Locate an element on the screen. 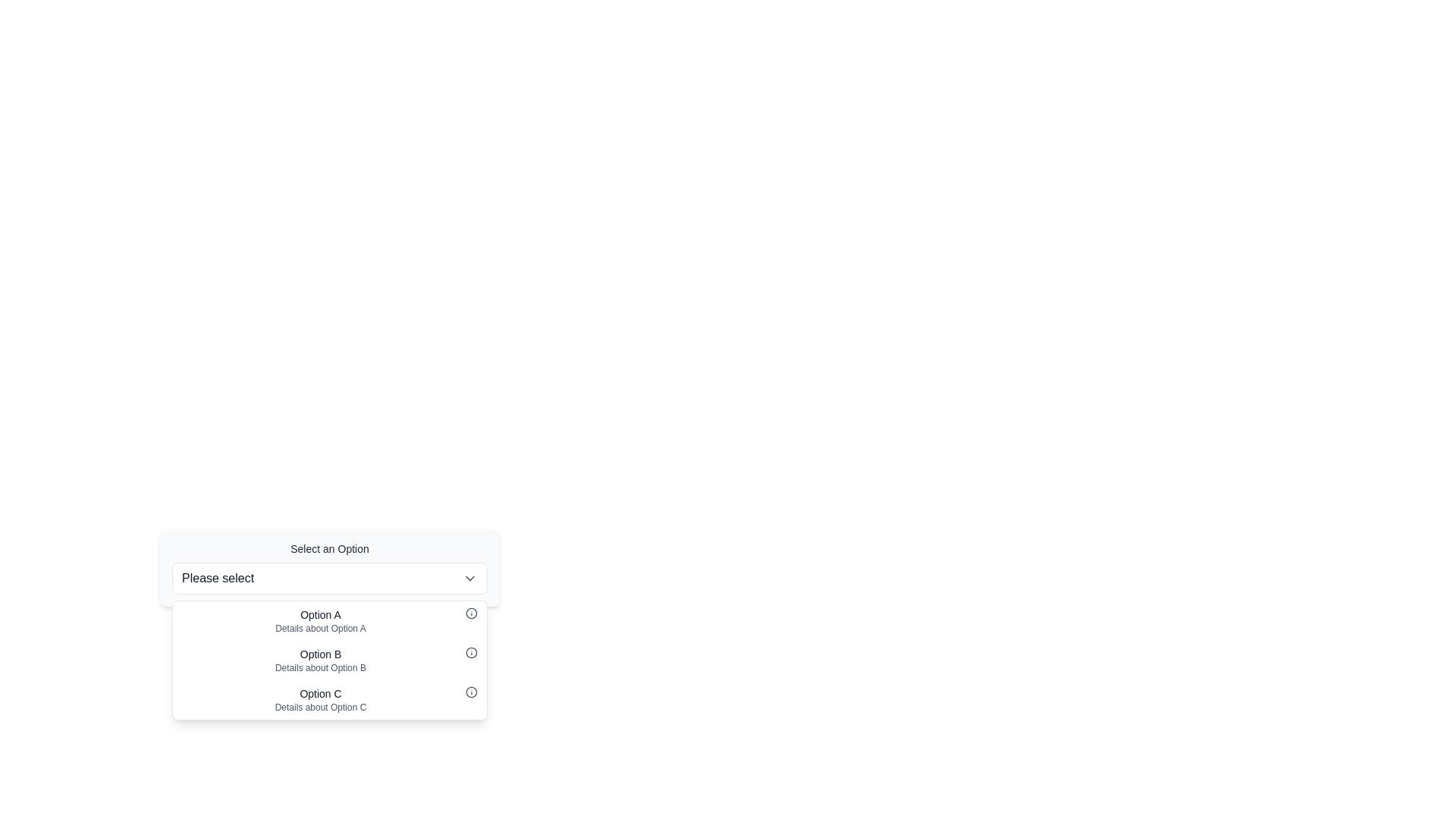  the gray 'info' icon located at the end of the 'Option C' line to interact with it is located at coordinates (471, 692).